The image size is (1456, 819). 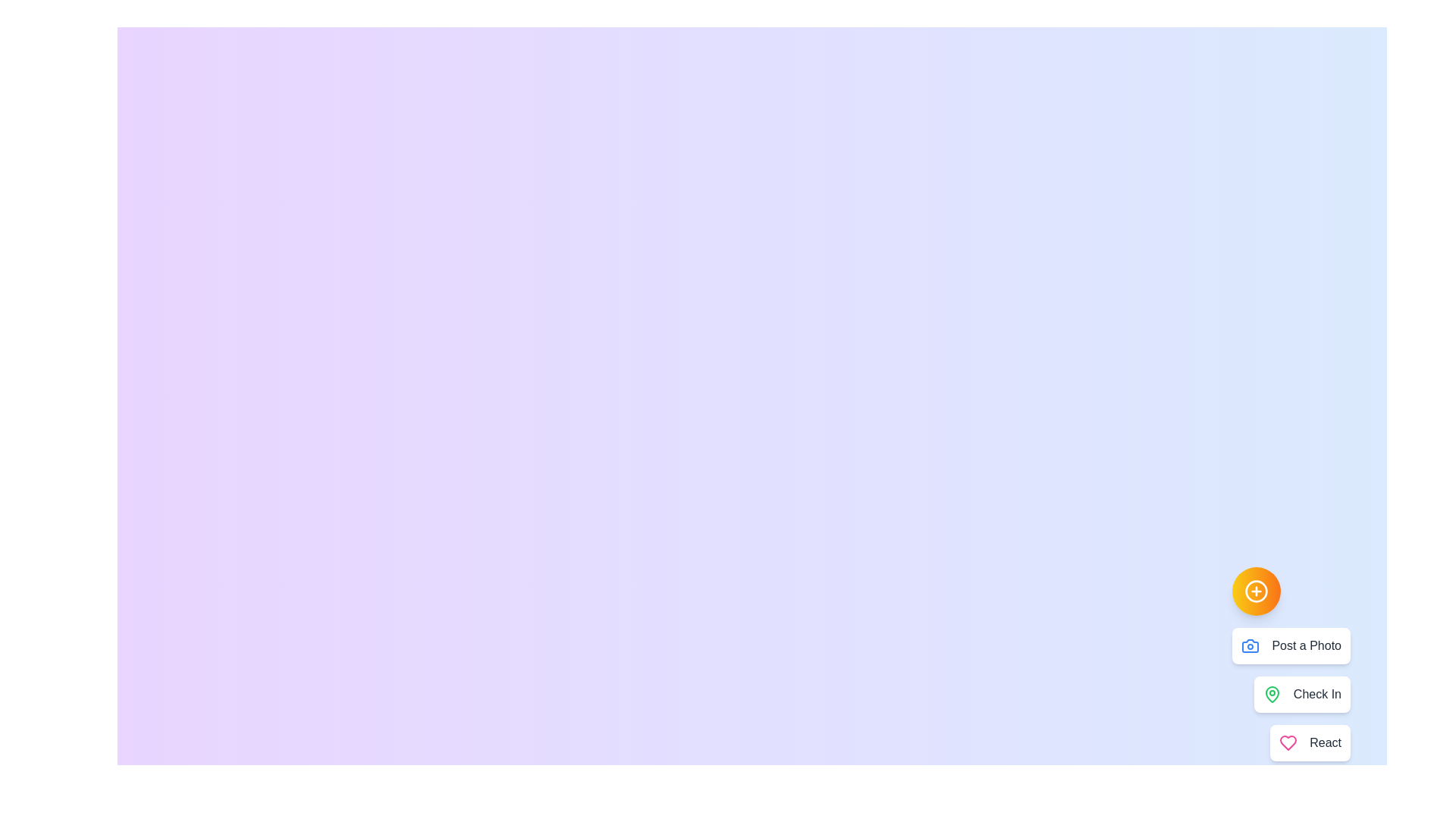 I want to click on the menu option Check In, so click(x=1301, y=694).